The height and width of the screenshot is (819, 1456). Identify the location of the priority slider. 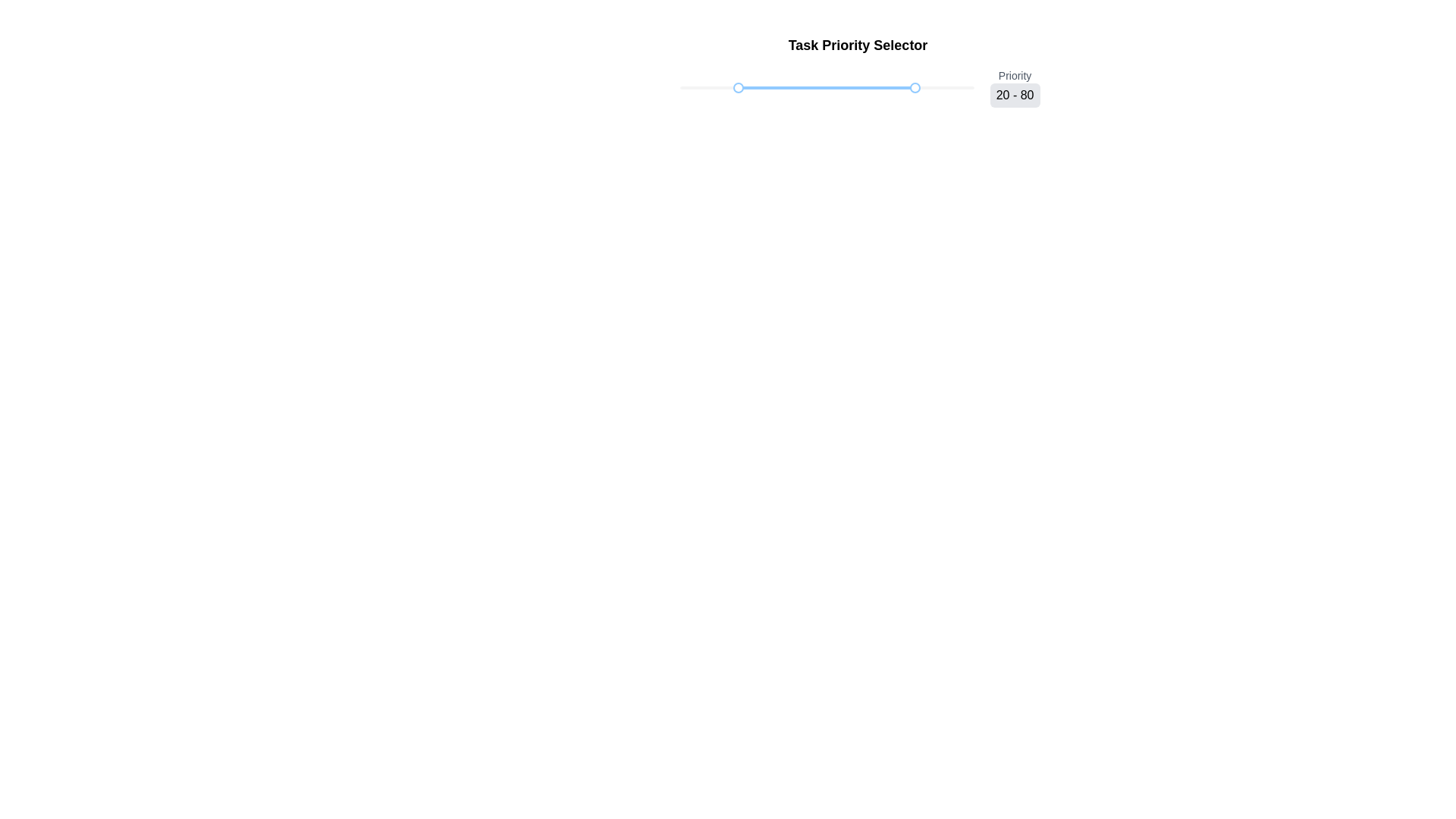
(877, 87).